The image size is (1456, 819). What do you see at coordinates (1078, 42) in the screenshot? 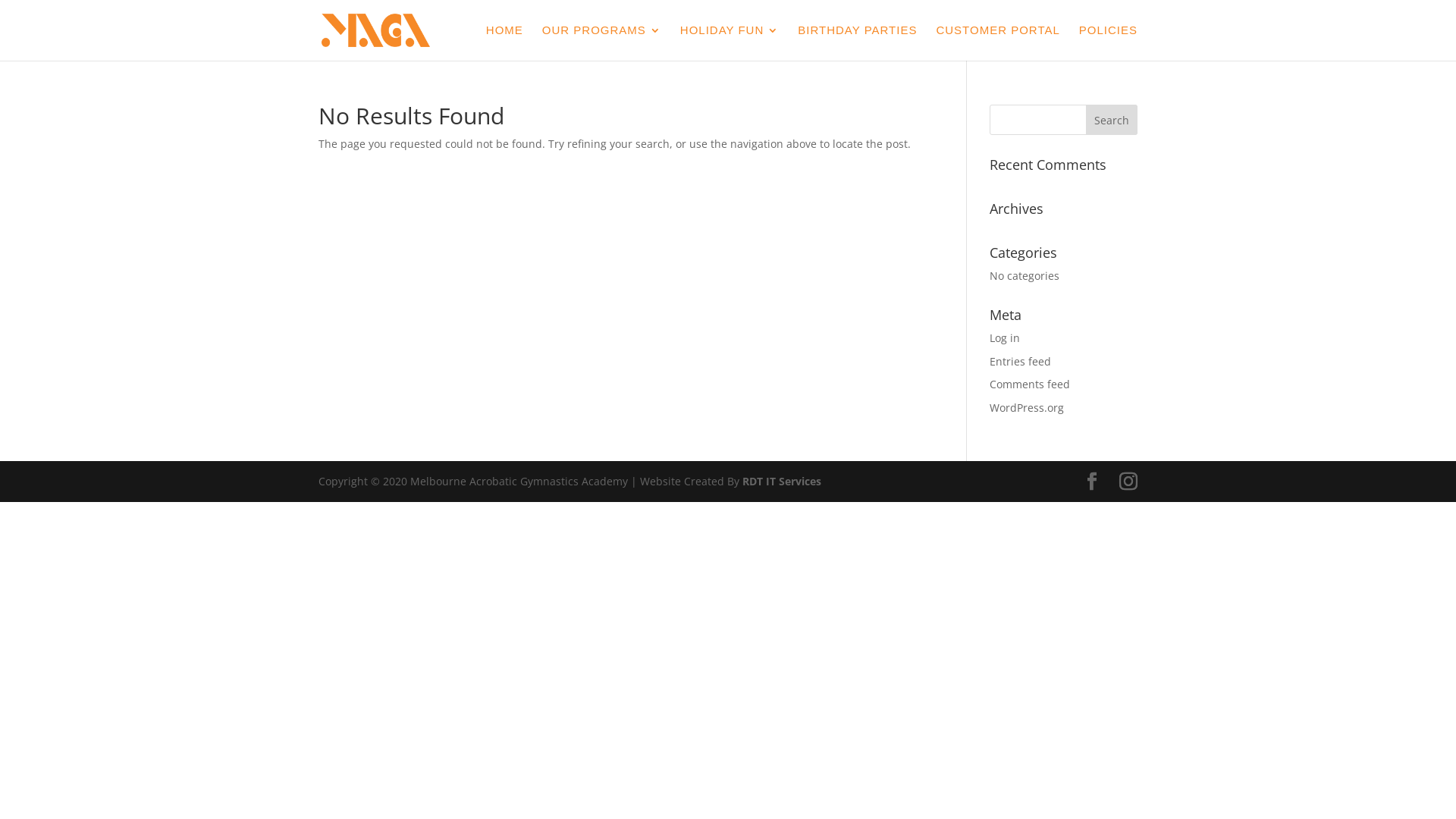
I see `'POLICIES'` at bounding box center [1078, 42].